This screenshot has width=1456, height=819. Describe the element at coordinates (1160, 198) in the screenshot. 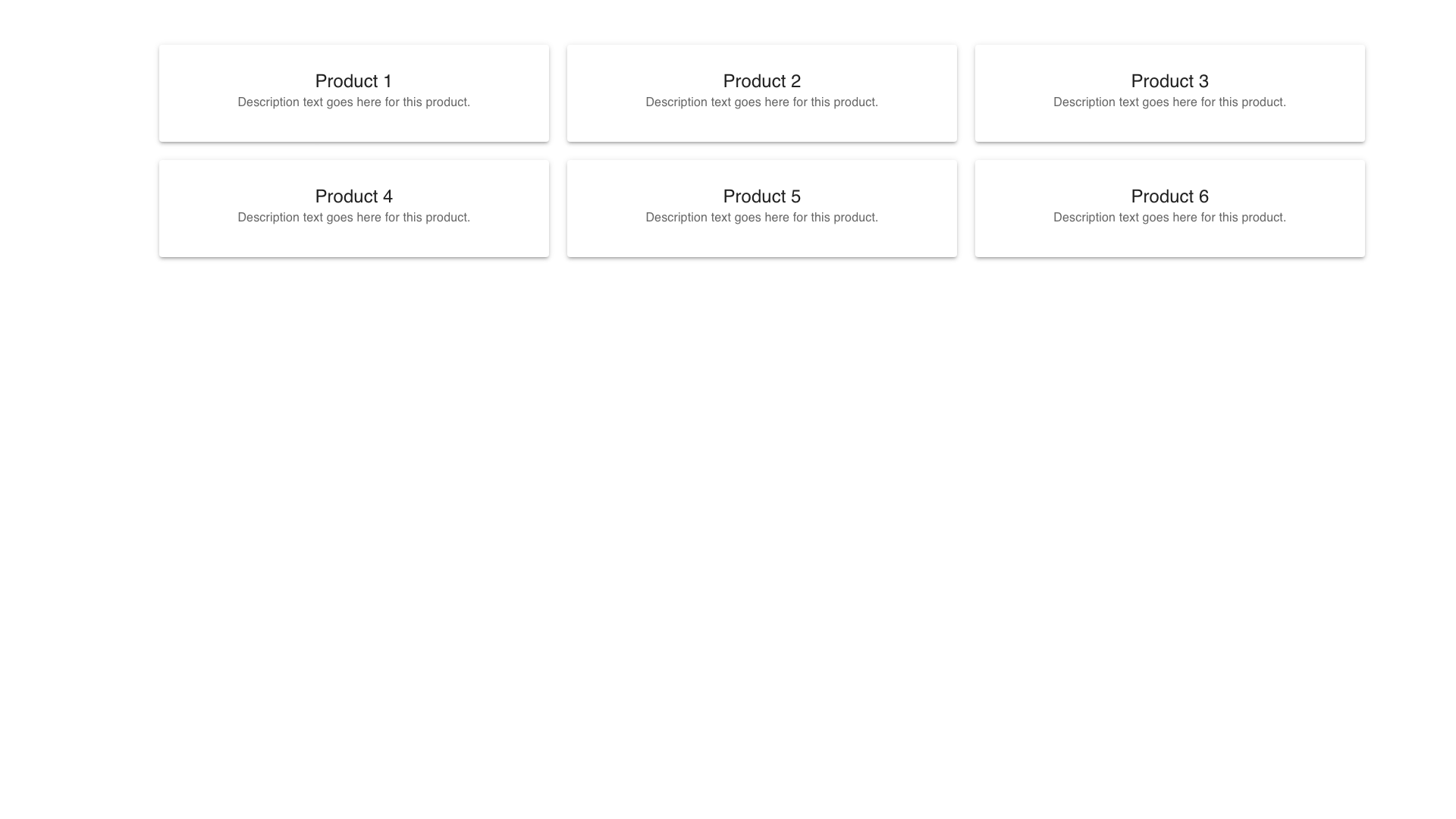

I see `the sixth product card in the grid layout` at that location.